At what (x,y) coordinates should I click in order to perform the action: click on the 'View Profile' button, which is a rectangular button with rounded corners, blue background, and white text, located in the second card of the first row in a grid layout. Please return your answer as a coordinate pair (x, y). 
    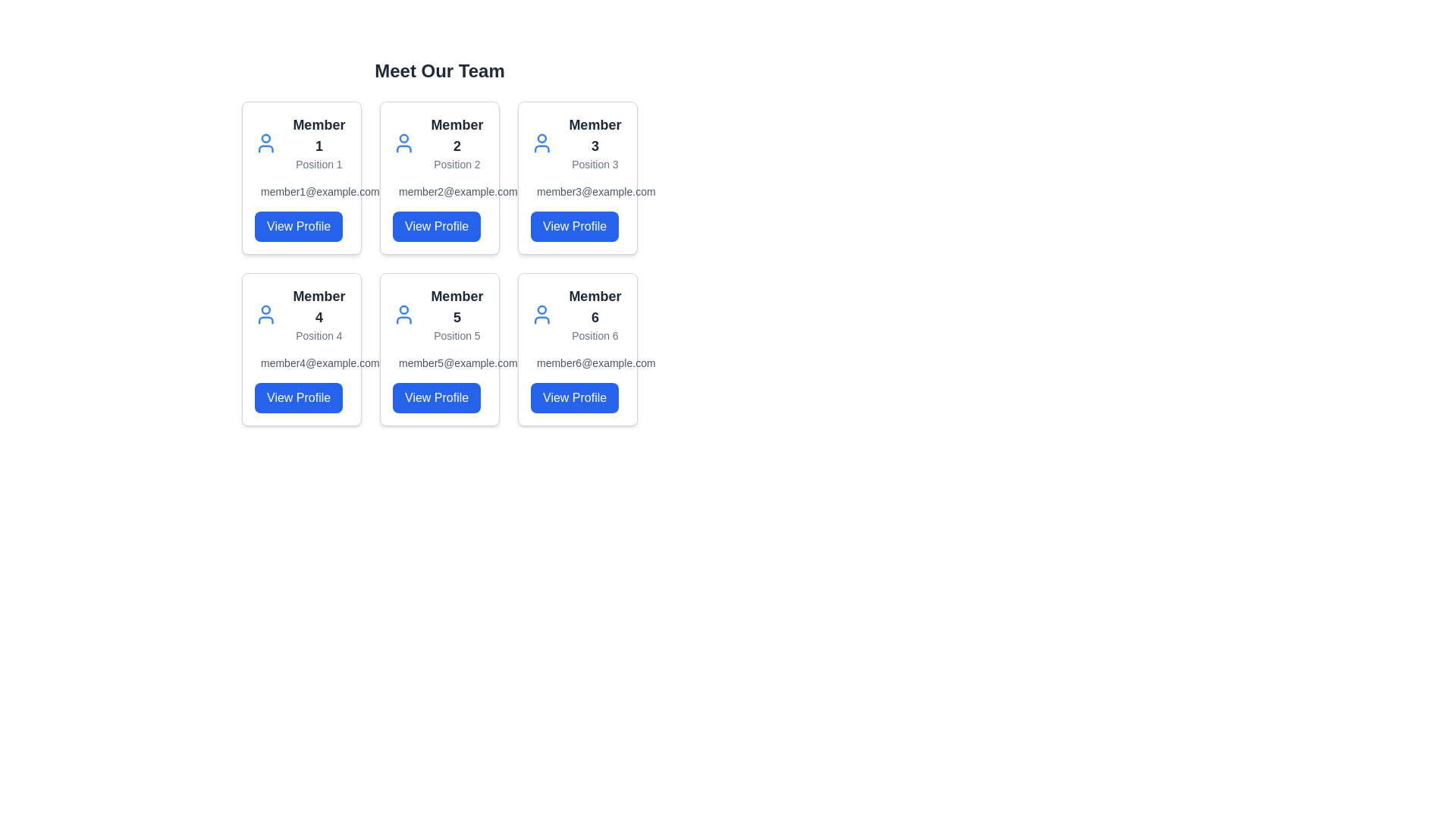
    Looking at the image, I should click on (436, 227).